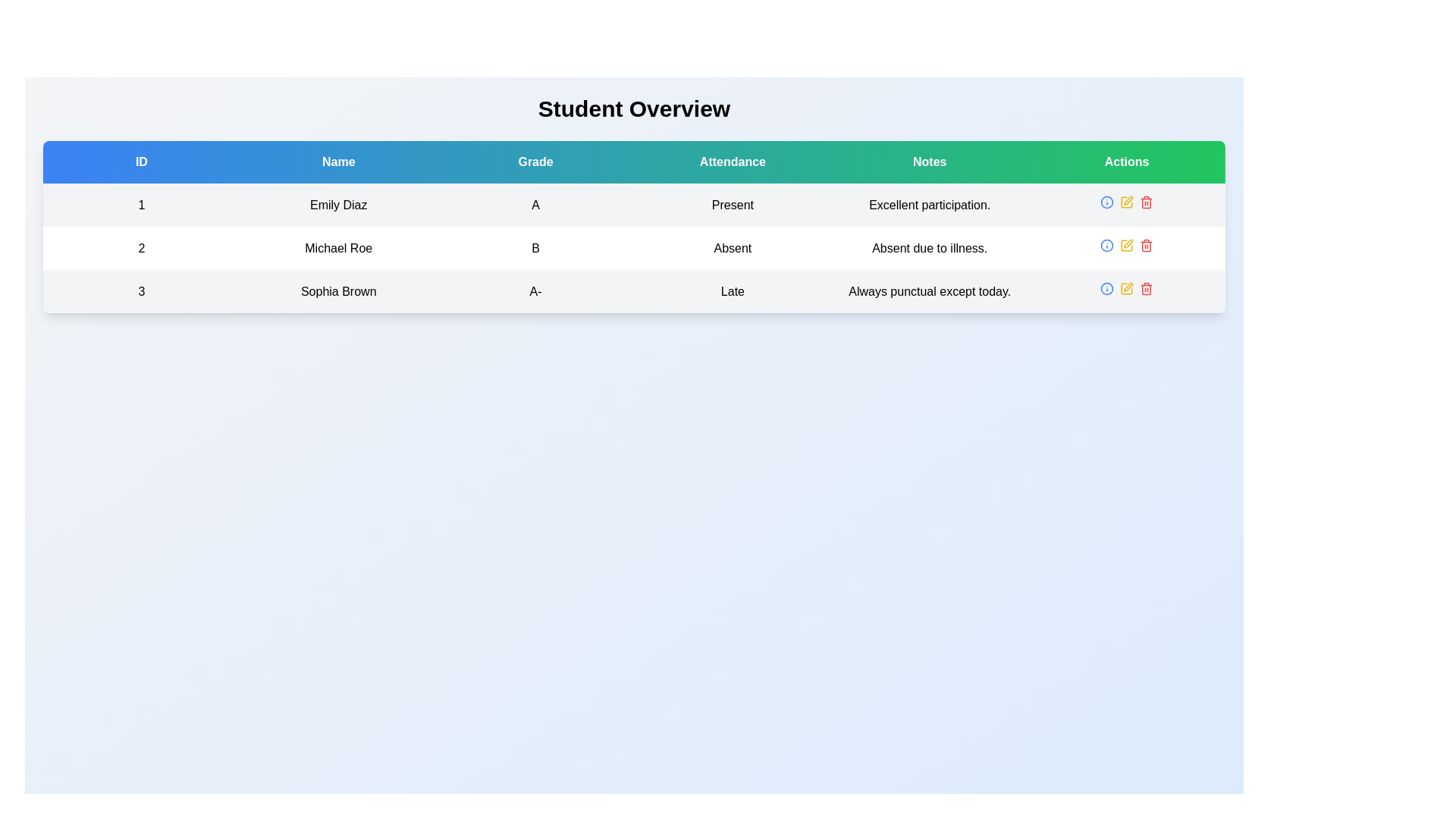  I want to click on text displayed in the first Table Header Cell, which contains unique identifiers for student entries in the table, so click(141, 162).